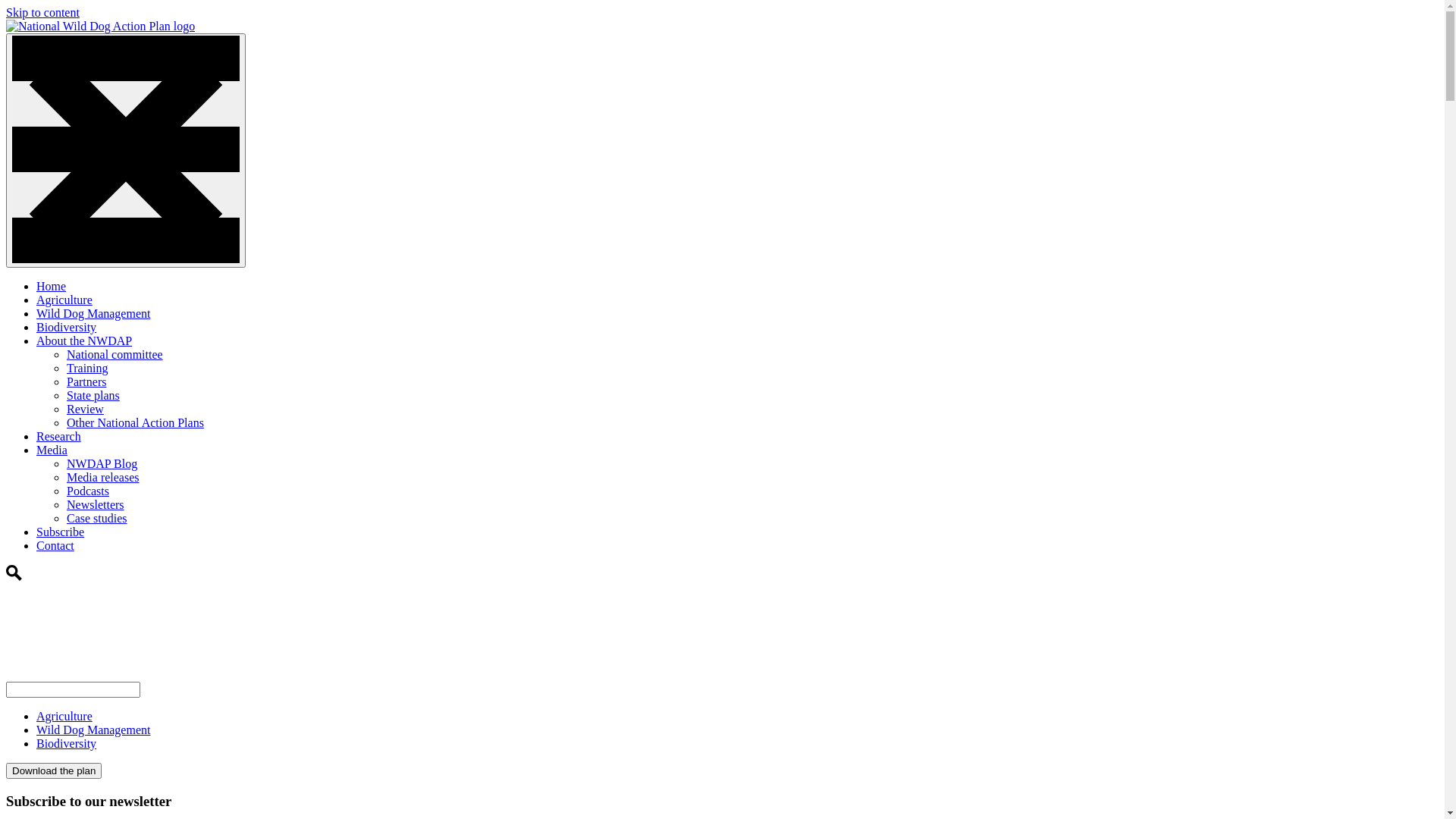 The height and width of the screenshot is (819, 1456). What do you see at coordinates (114, 354) in the screenshot?
I see `'National committee'` at bounding box center [114, 354].